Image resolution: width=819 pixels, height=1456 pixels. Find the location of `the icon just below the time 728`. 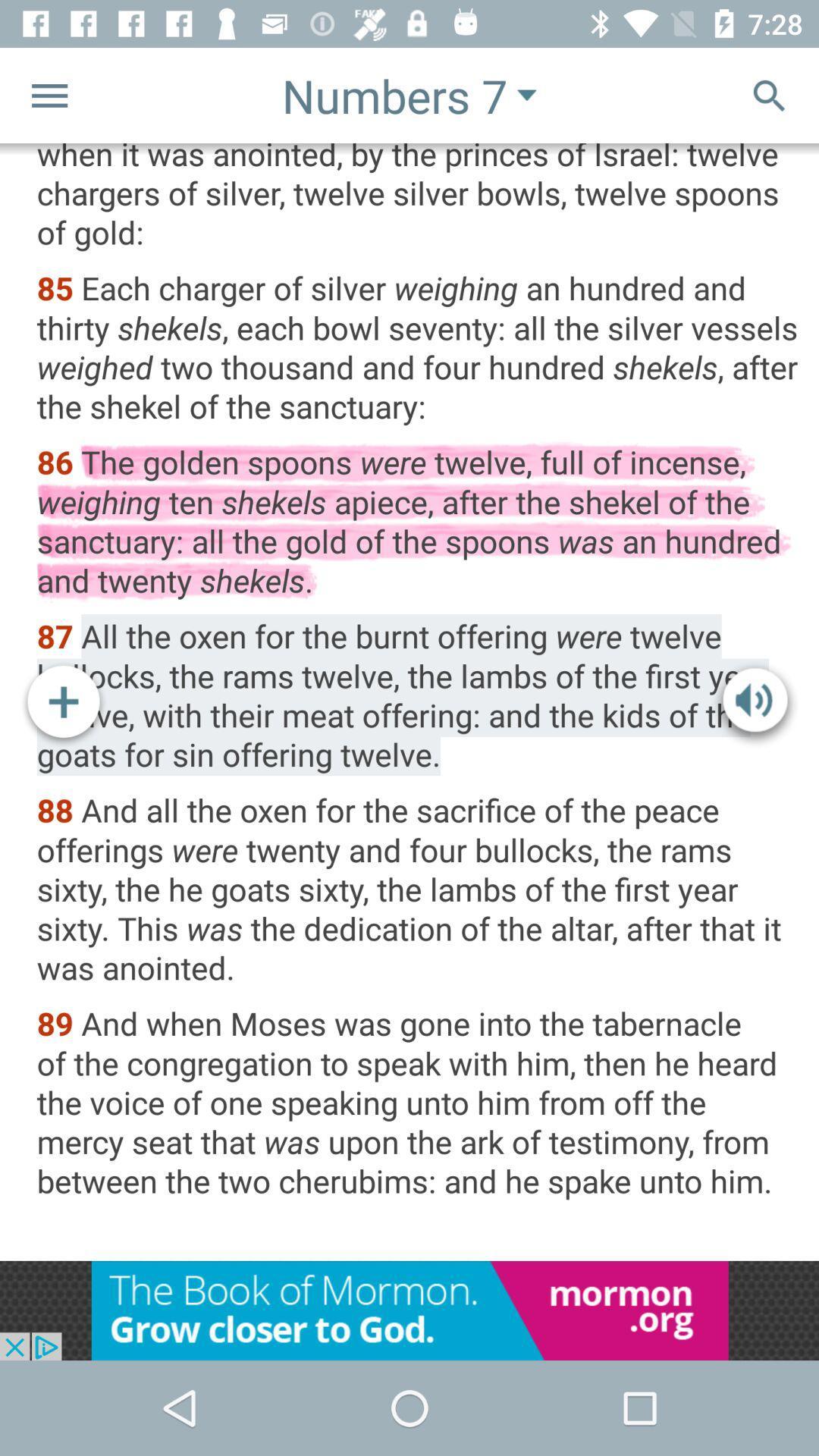

the icon just below the time 728 is located at coordinates (769, 94).